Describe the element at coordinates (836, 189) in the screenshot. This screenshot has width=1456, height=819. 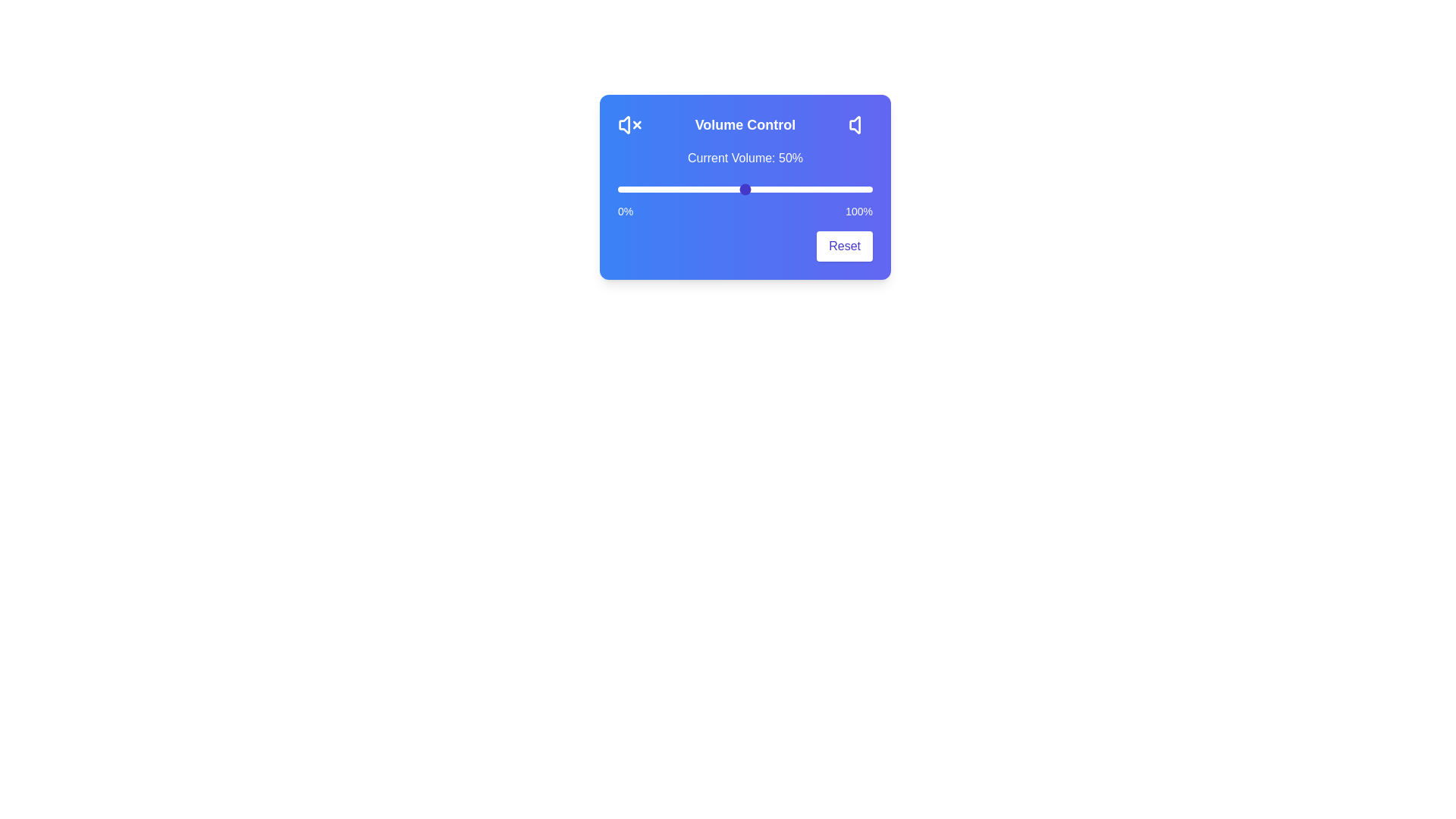
I see `the volume slider to 86%` at that location.